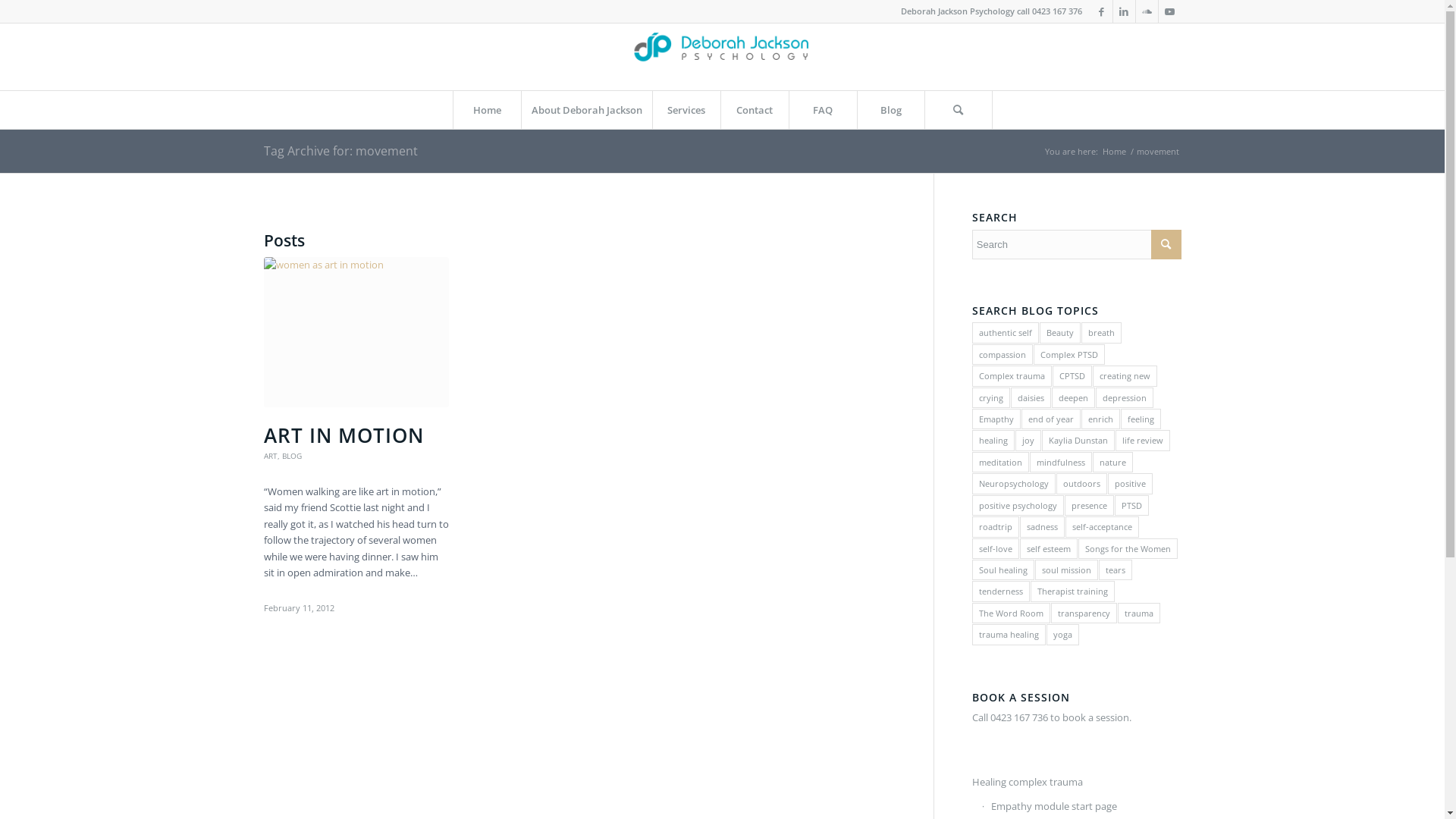 The width and height of the screenshot is (1456, 819). What do you see at coordinates (1141, 419) in the screenshot?
I see `'feeling'` at bounding box center [1141, 419].